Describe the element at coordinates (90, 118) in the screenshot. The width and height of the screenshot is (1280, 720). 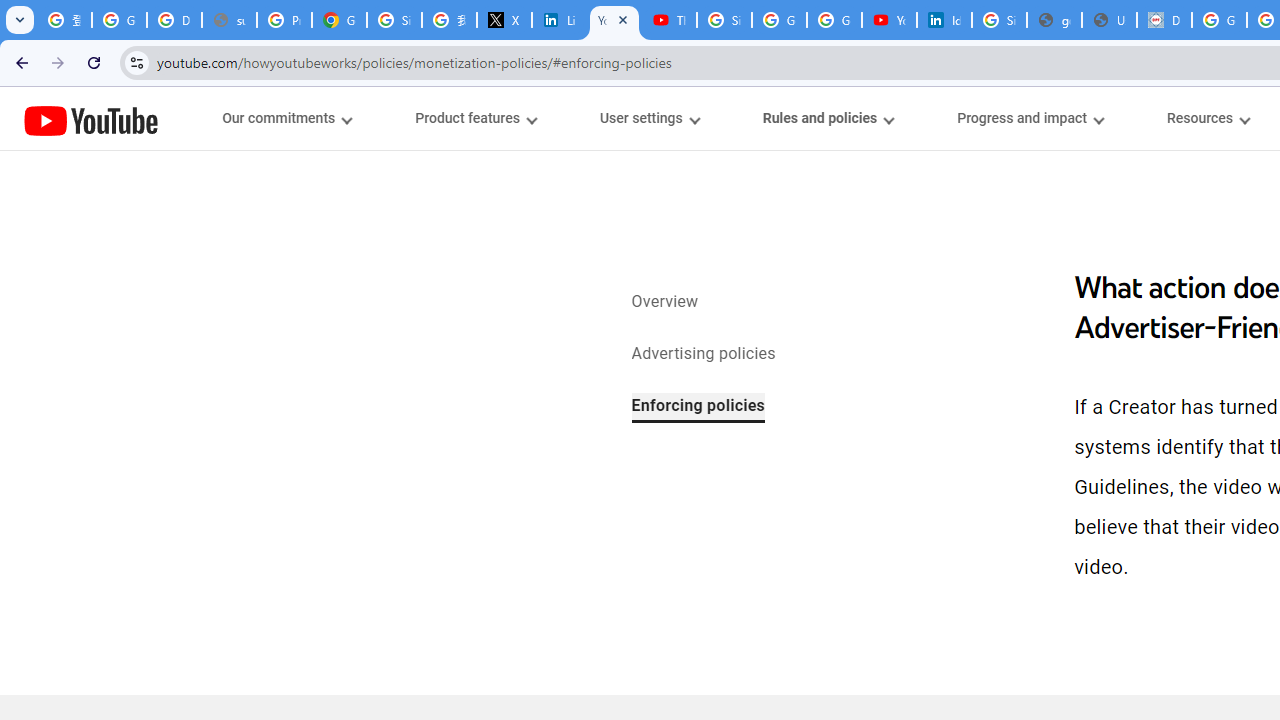
I see `'How YouTube Works'` at that location.